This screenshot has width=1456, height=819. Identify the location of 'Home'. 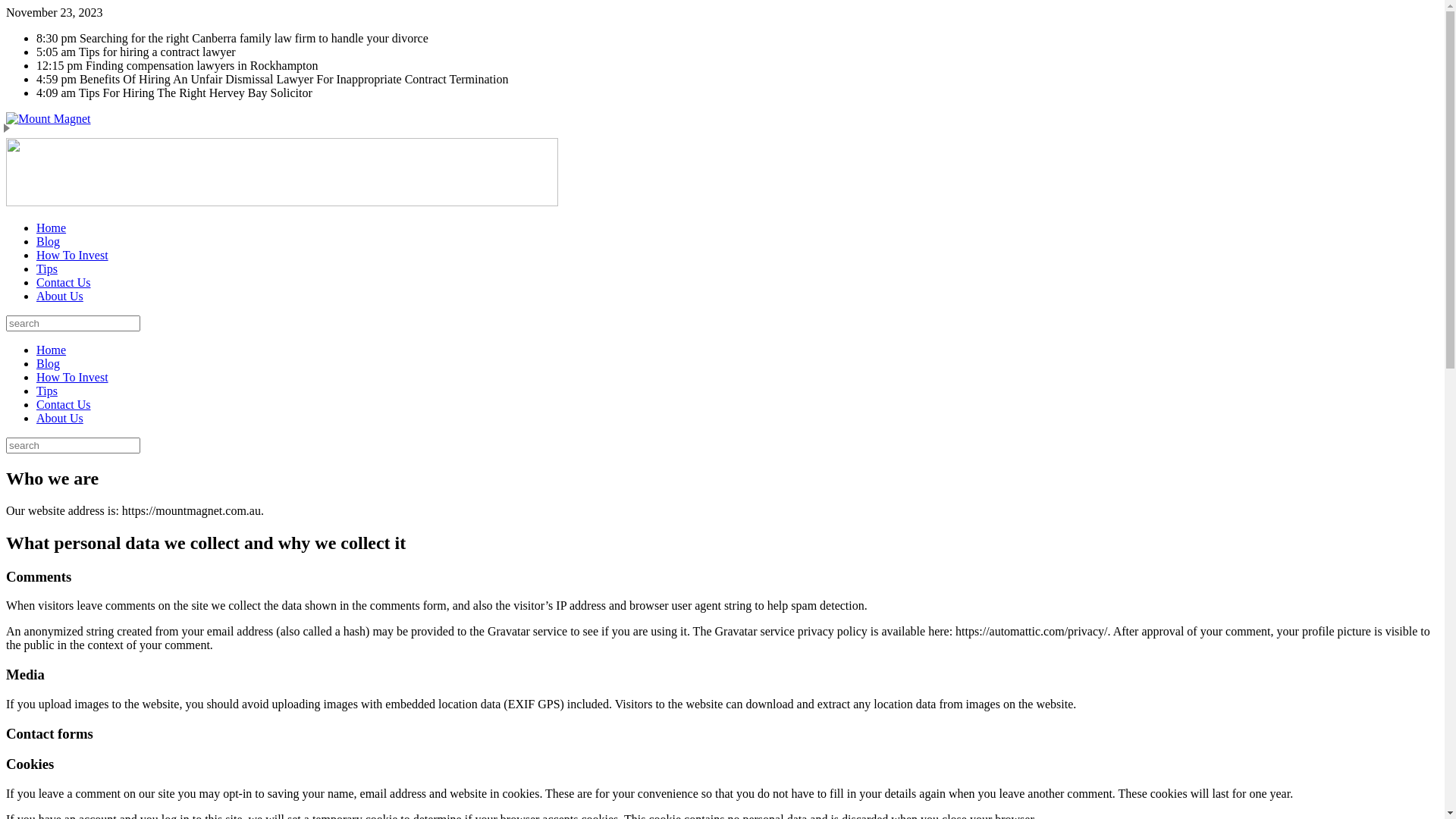
(51, 350).